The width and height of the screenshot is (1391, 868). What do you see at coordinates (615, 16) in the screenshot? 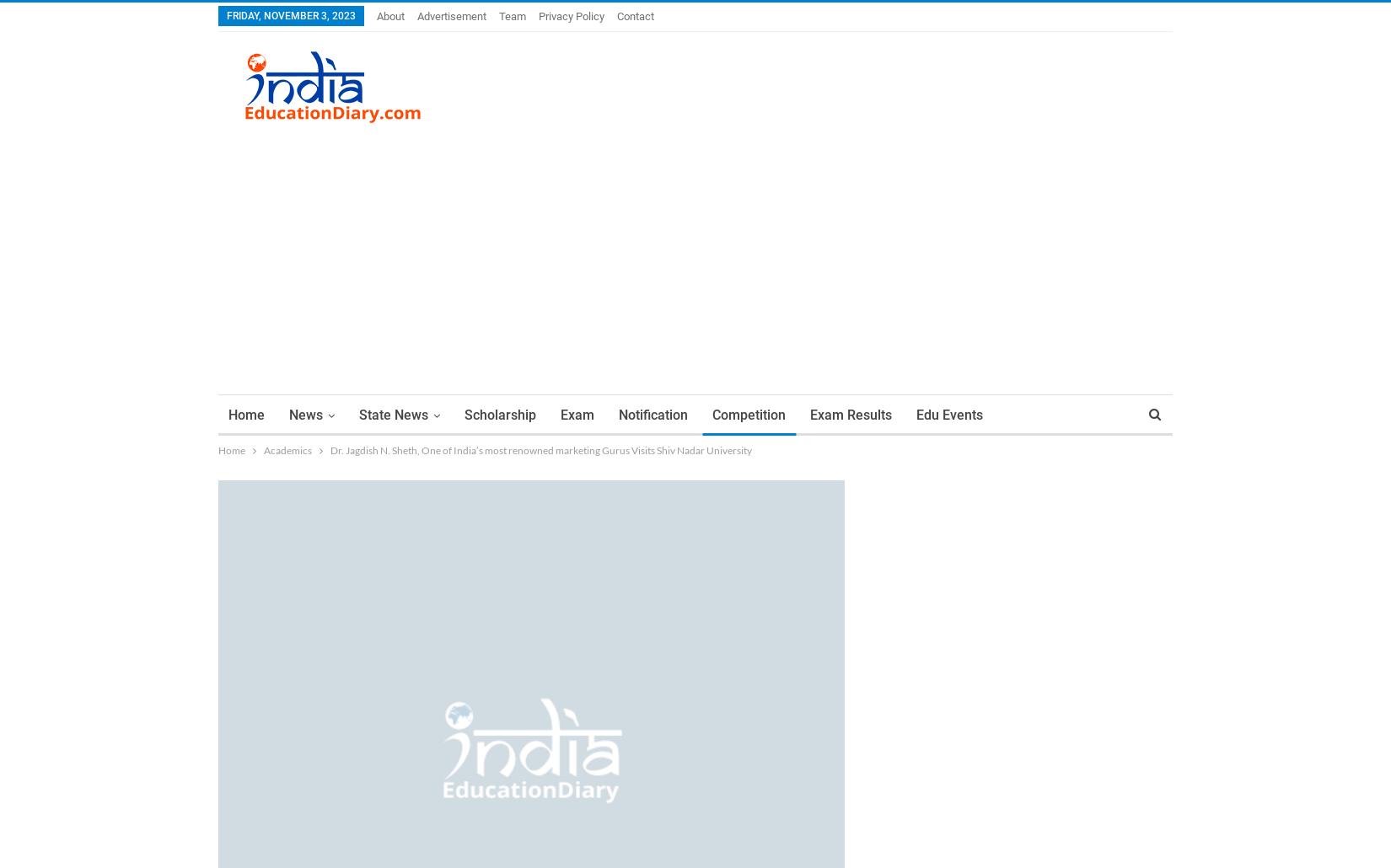
I see `'Contact'` at bounding box center [615, 16].